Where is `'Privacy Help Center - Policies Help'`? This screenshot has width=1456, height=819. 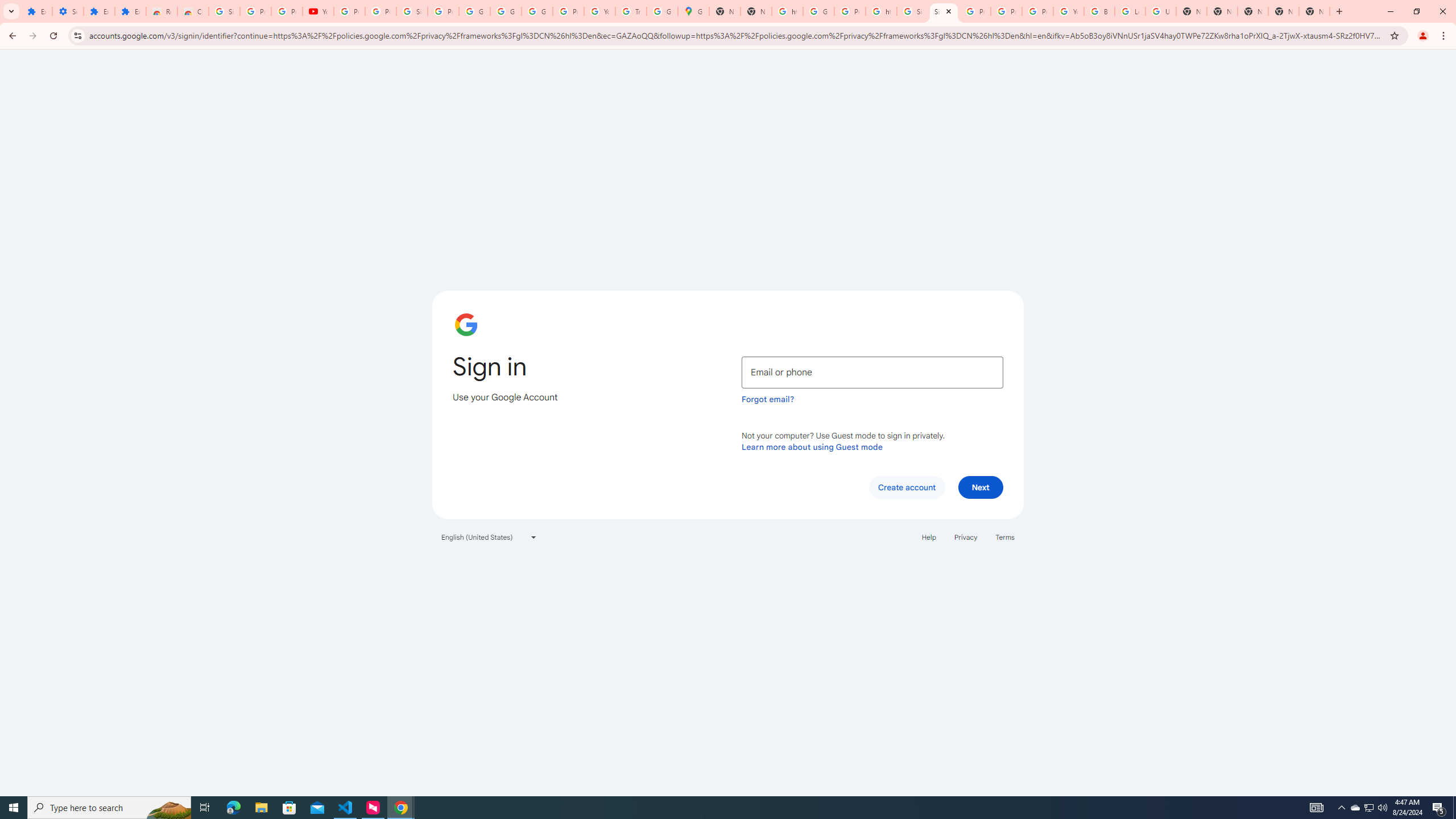
'Privacy Help Center - Policies Help' is located at coordinates (1006, 11).